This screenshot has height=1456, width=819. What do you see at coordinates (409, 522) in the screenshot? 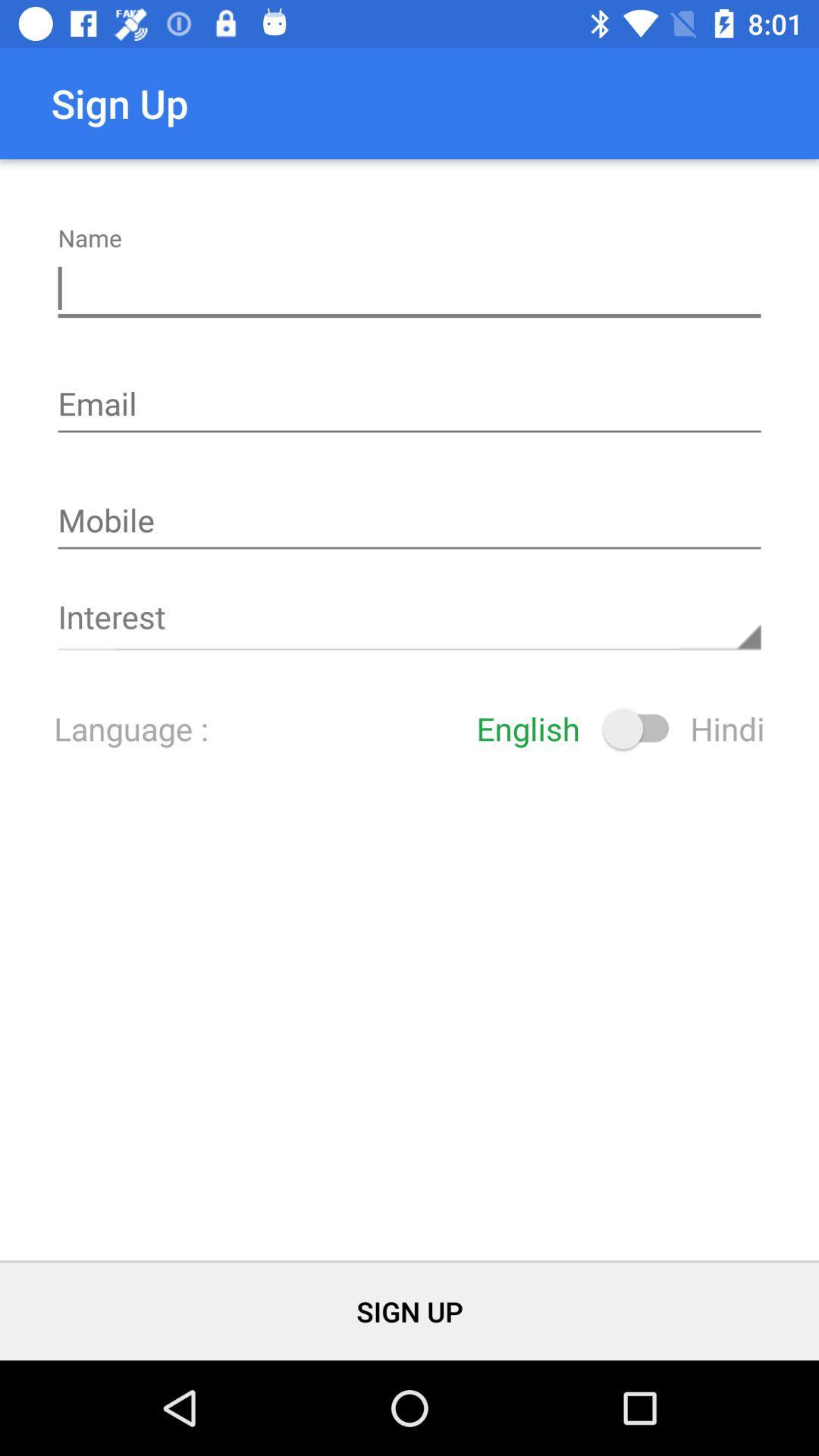
I see `mobile number` at bounding box center [409, 522].